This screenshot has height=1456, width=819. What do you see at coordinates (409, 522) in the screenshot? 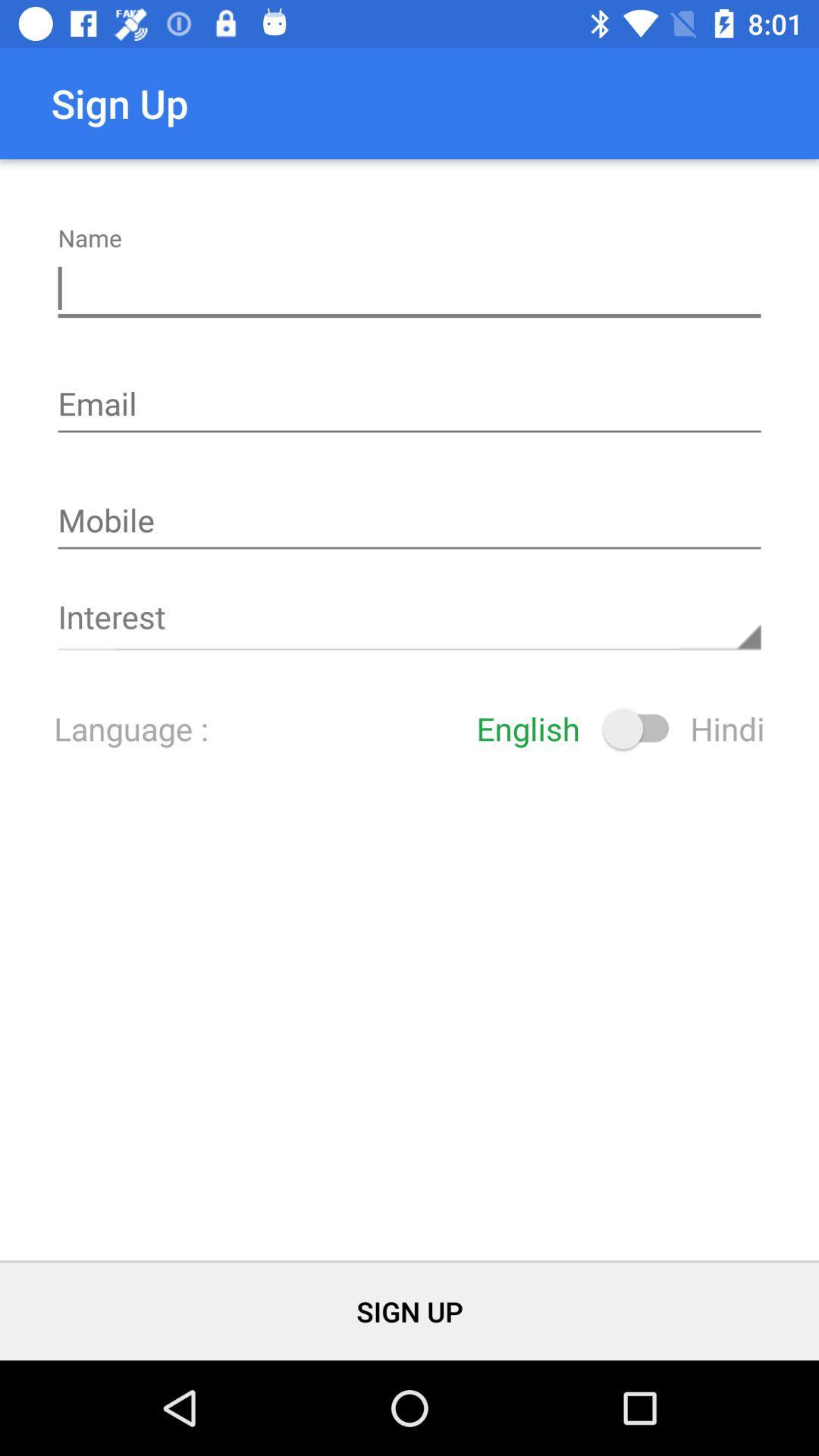
I see `mobile number` at bounding box center [409, 522].